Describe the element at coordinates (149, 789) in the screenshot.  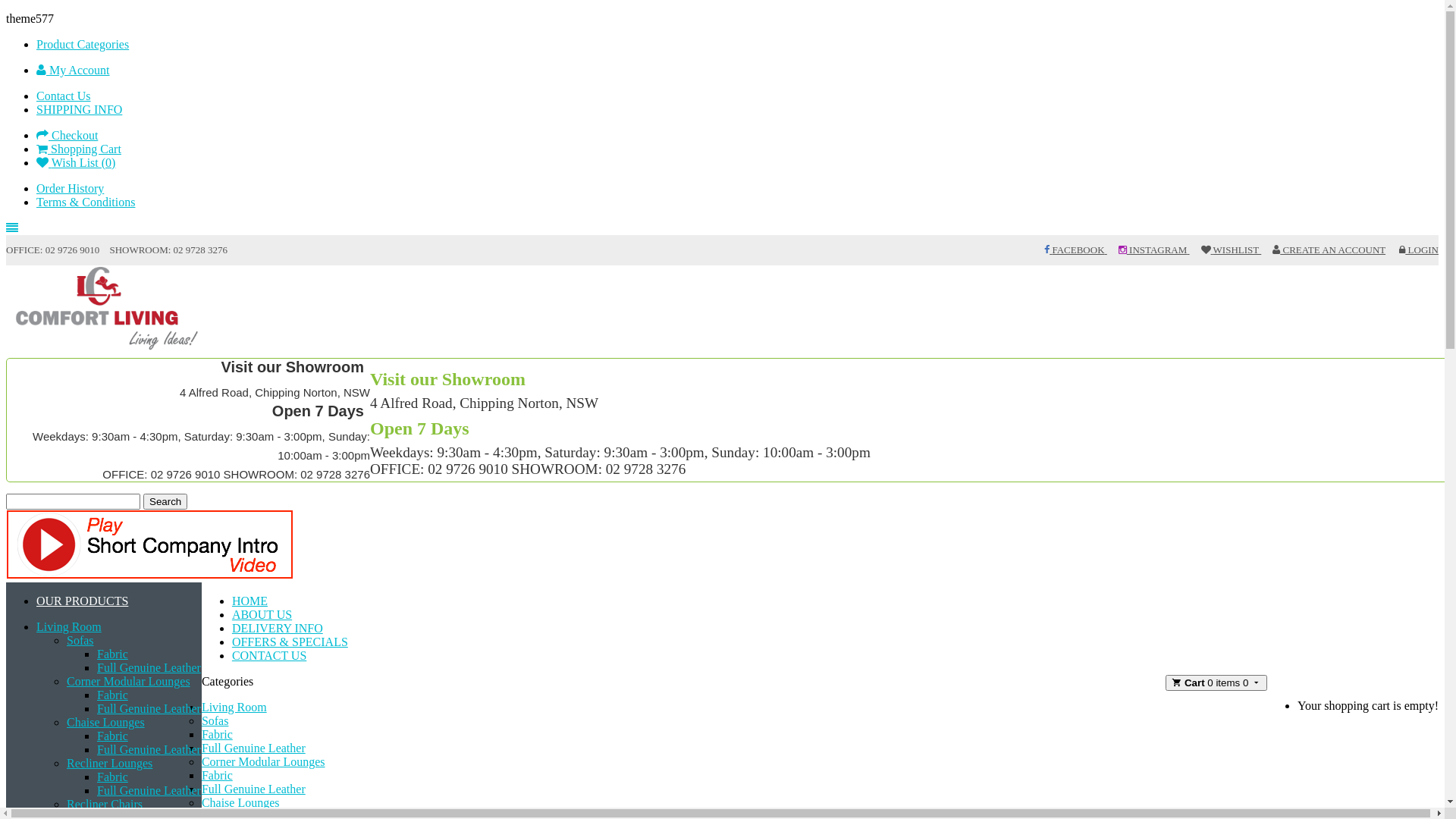
I see `'Full Genuine Leather'` at that location.